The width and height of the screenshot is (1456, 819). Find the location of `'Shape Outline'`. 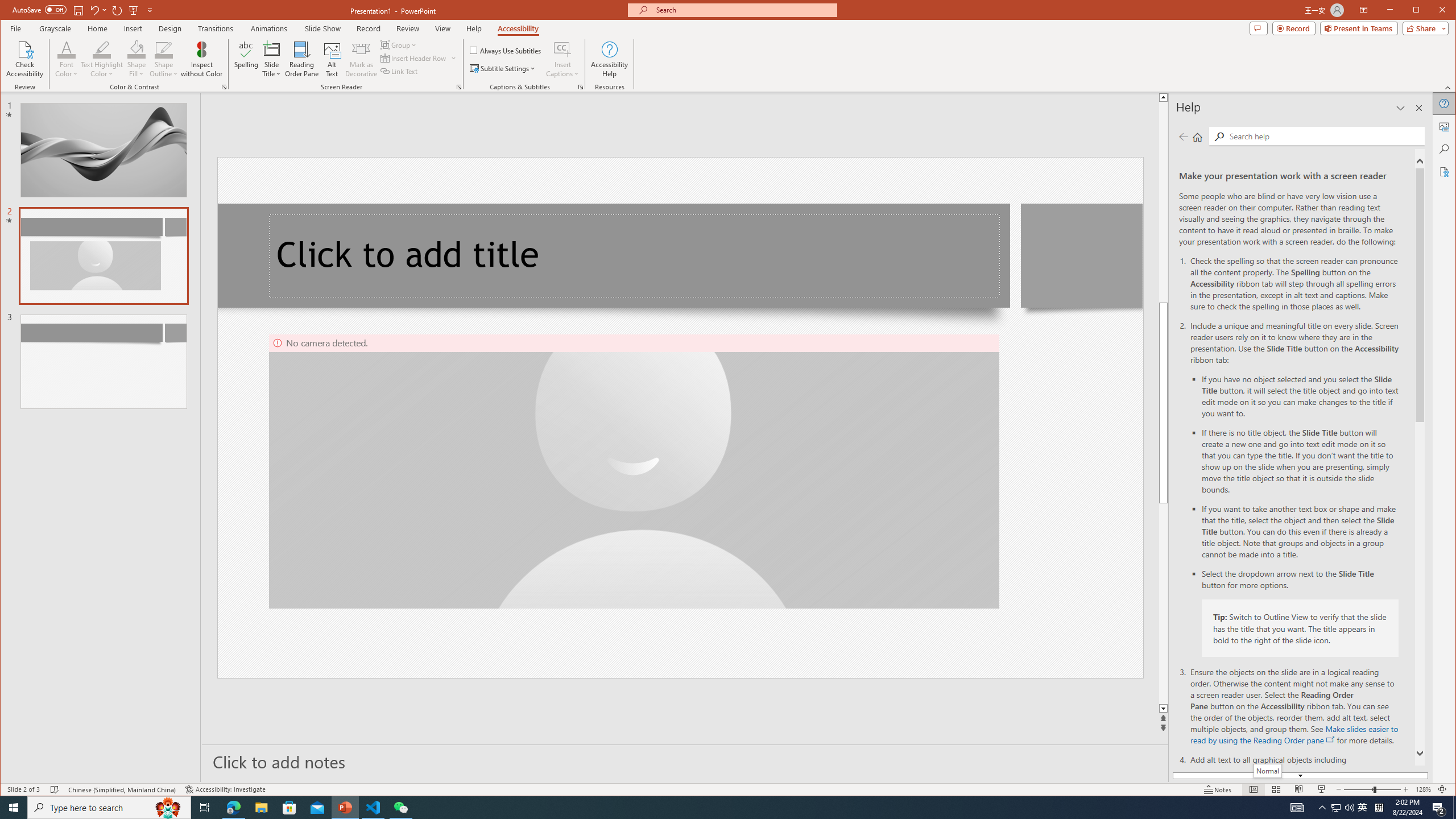

'Shape Outline' is located at coordinates (164, 59).